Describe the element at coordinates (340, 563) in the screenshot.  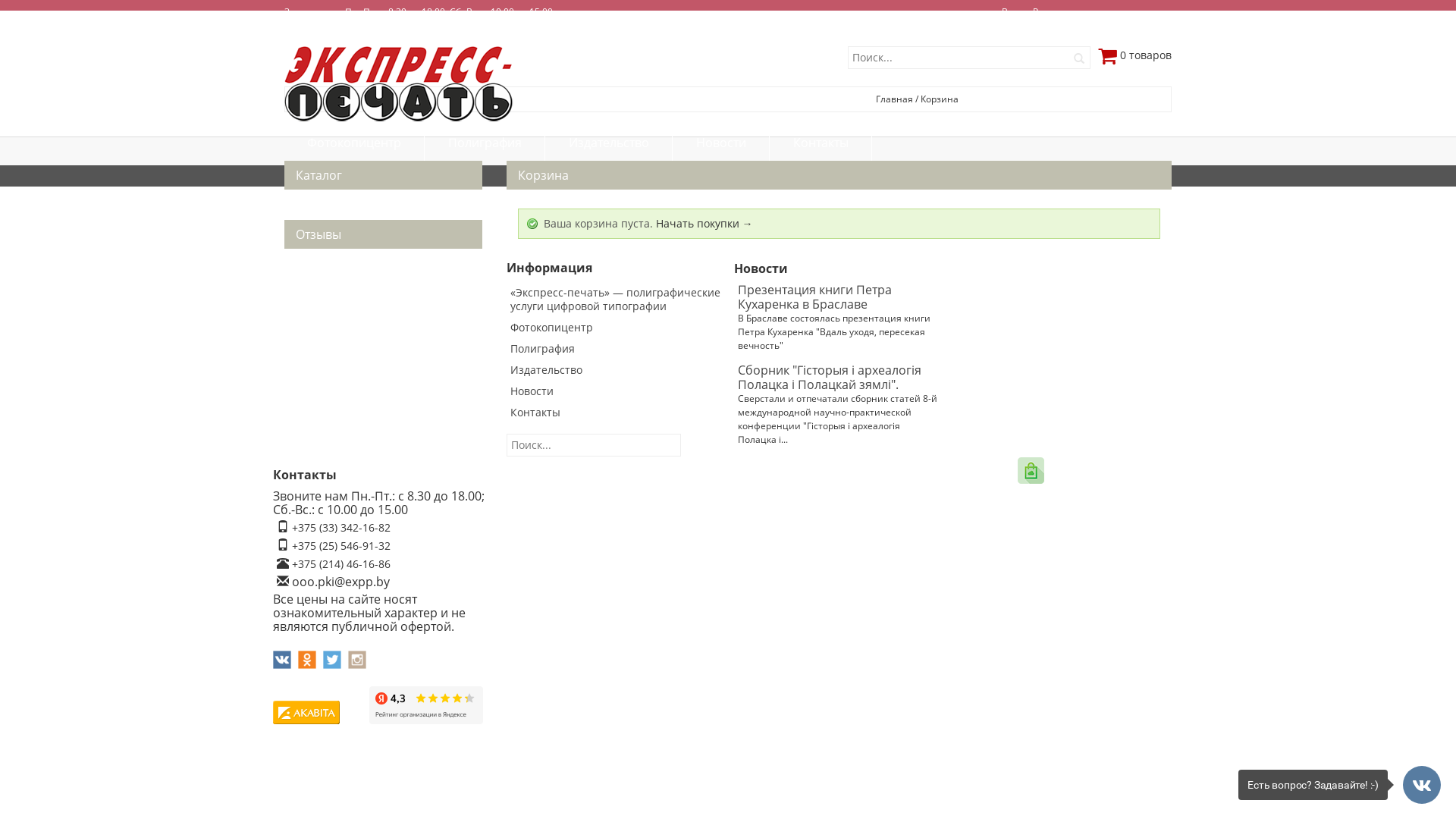
I see `'+375 (214) 46-16-86'` at that location.